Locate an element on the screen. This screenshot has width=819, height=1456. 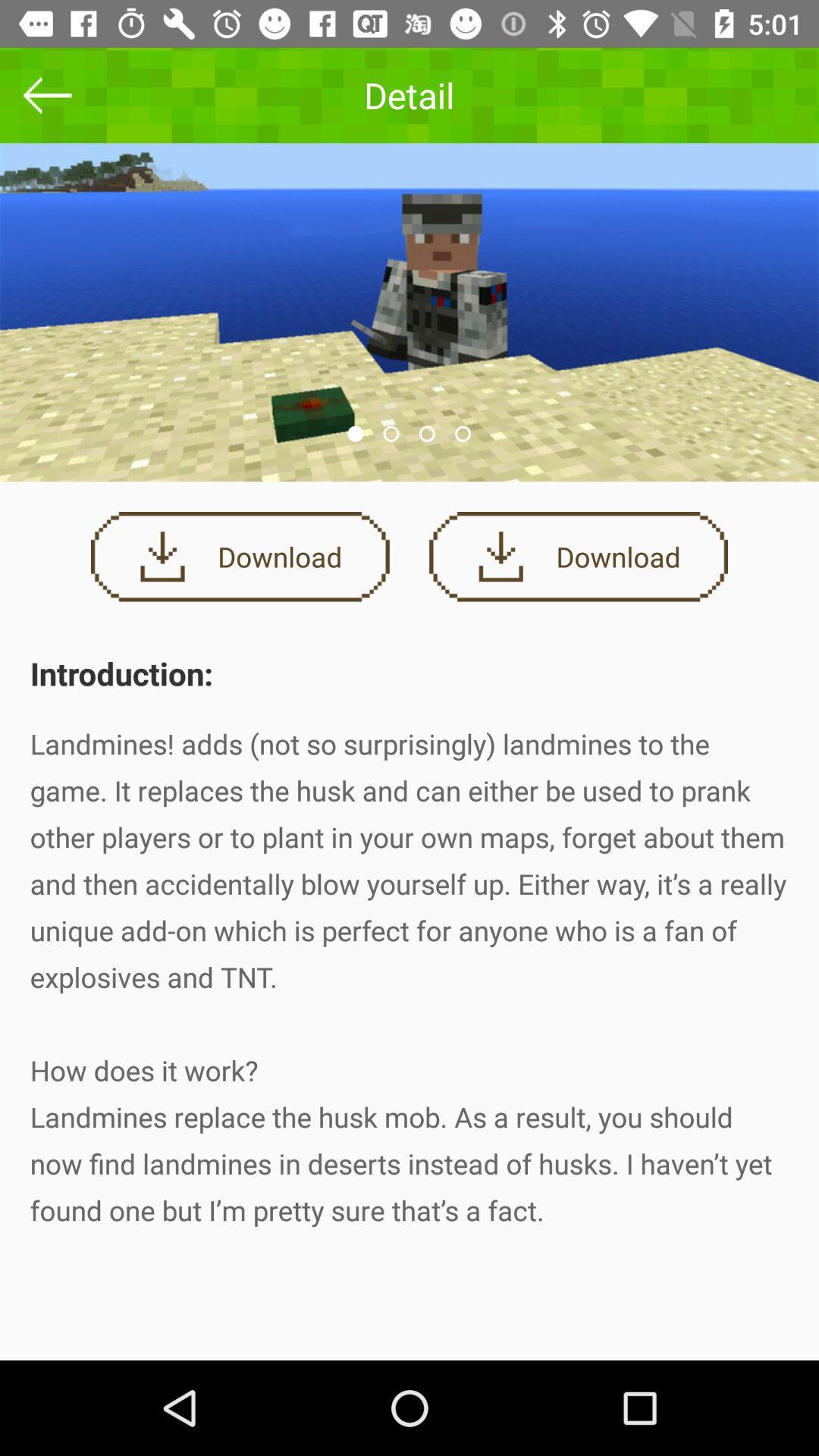
item at the top left corner is located at coordinates (46, 94).